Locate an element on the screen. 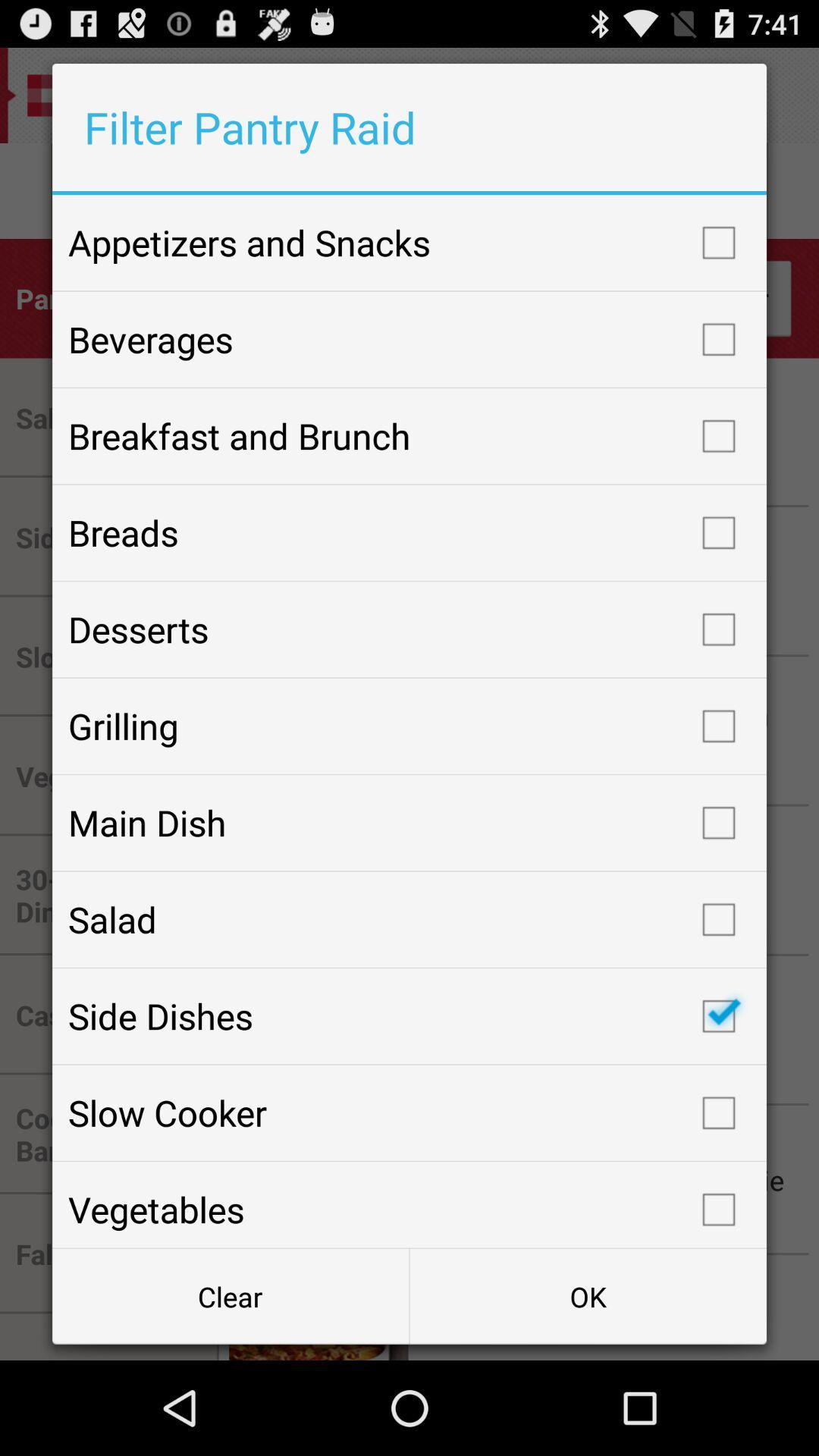 This screenshot has height=1456, width=819. beverages item is located at coordinates (409, 338).